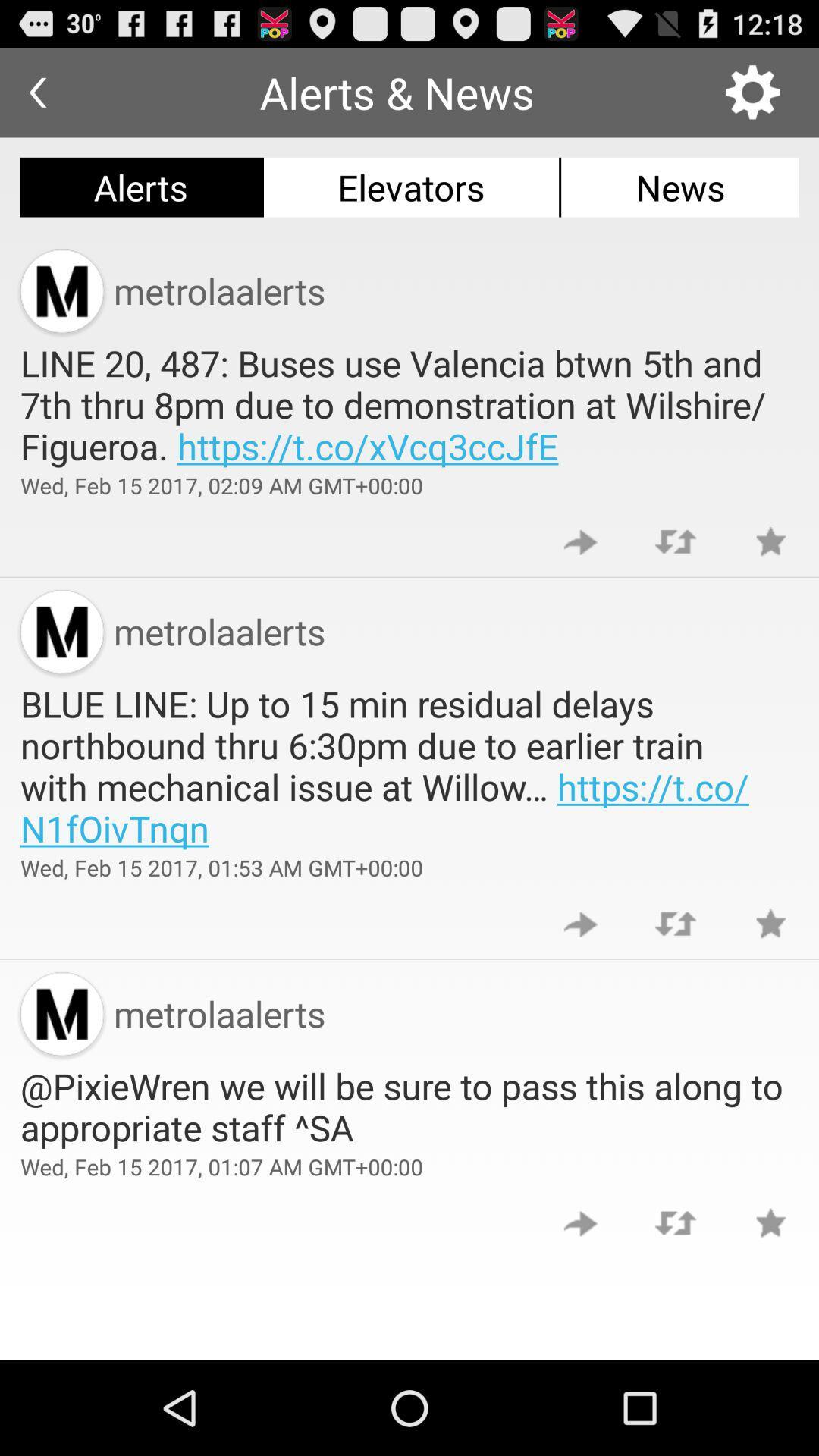 The height and width of the screenshot is (1456, 819). Describe the element at coordinates (411, 187) in the screenshot. I see `the app above the metrolaalerts item` at that location.